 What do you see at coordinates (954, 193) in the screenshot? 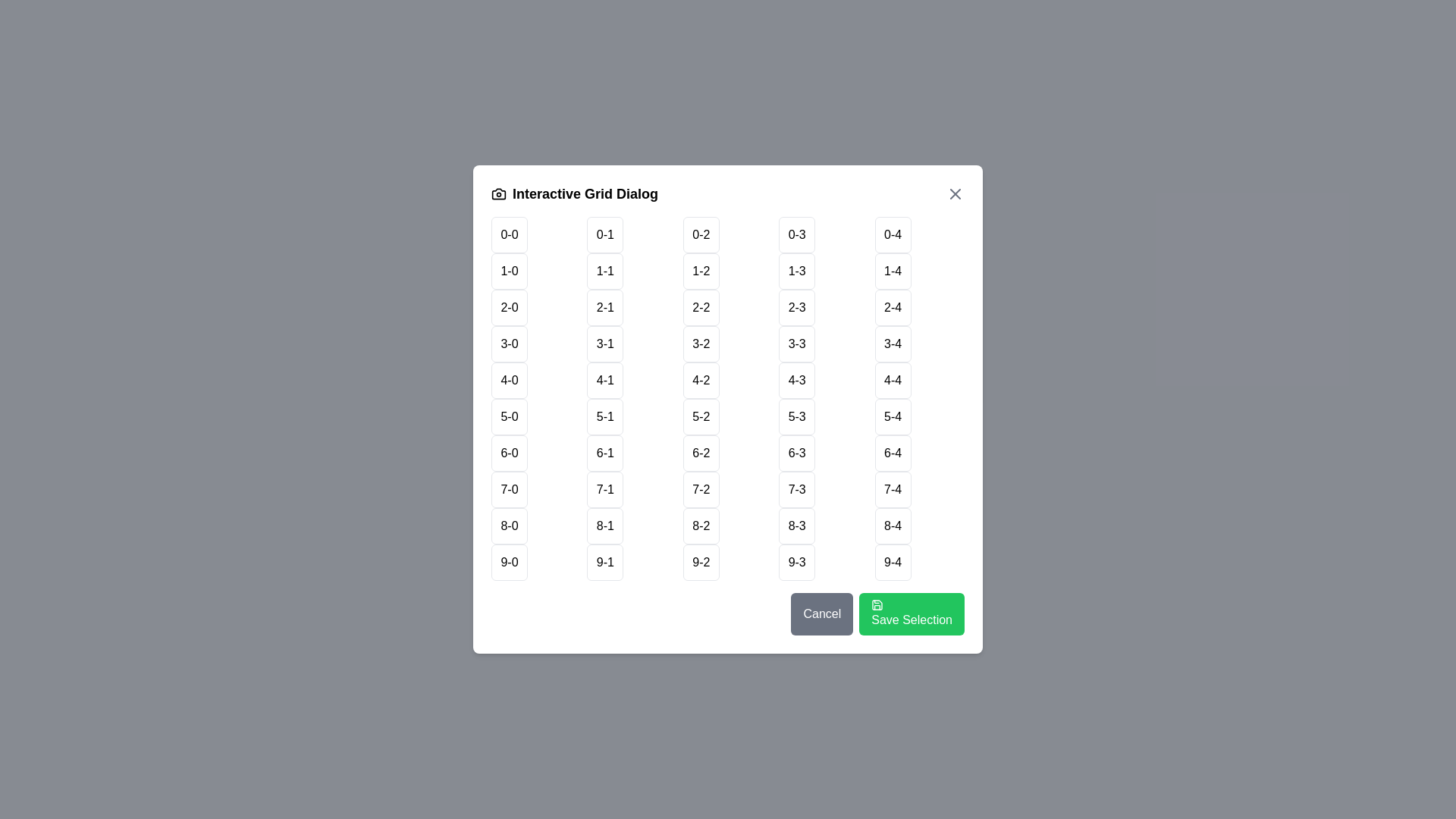
I see `the close button to dismiss the dialog` at bounding box center [954, 193].